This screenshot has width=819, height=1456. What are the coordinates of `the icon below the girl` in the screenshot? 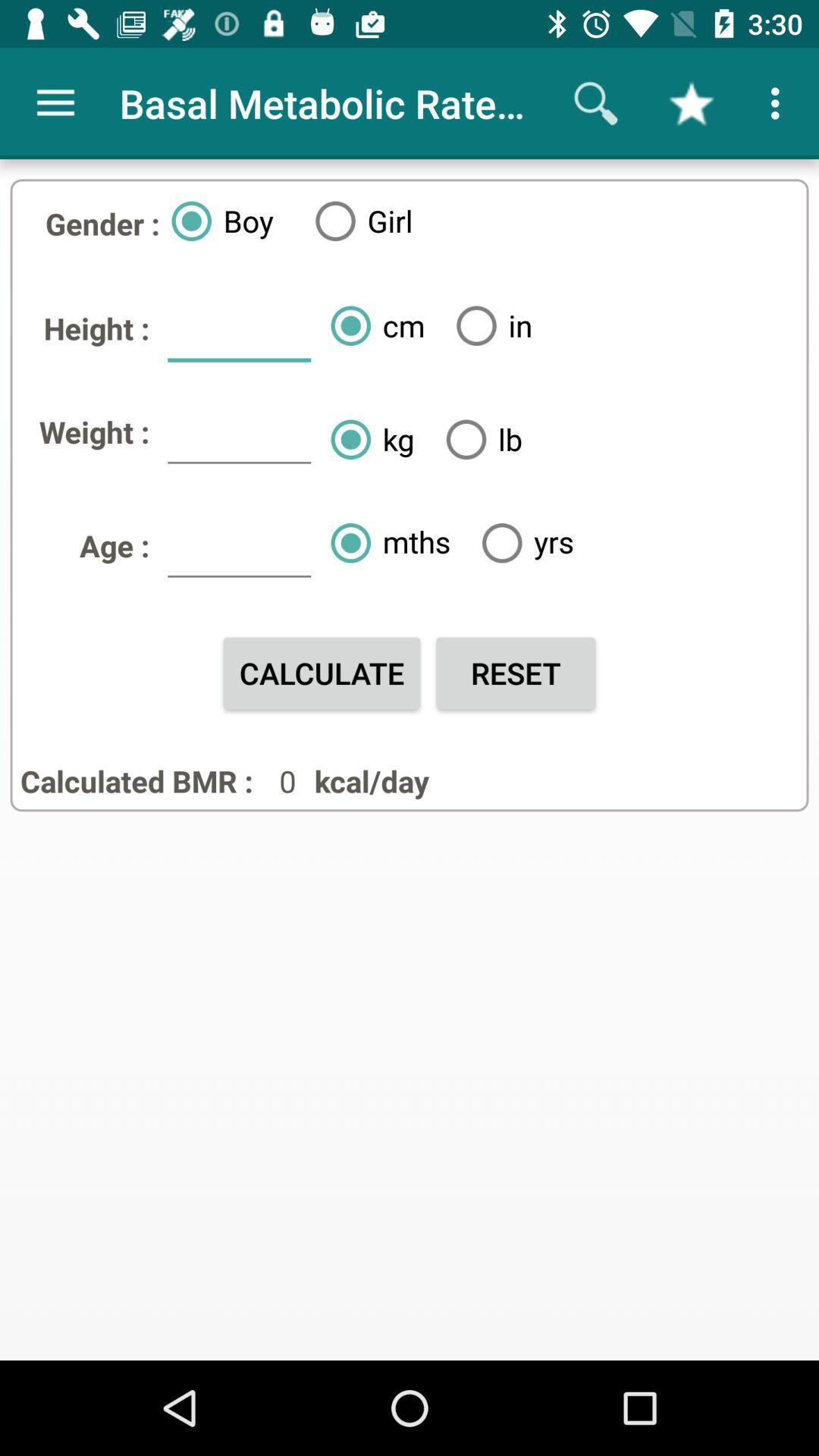 It's located at (372, 325).